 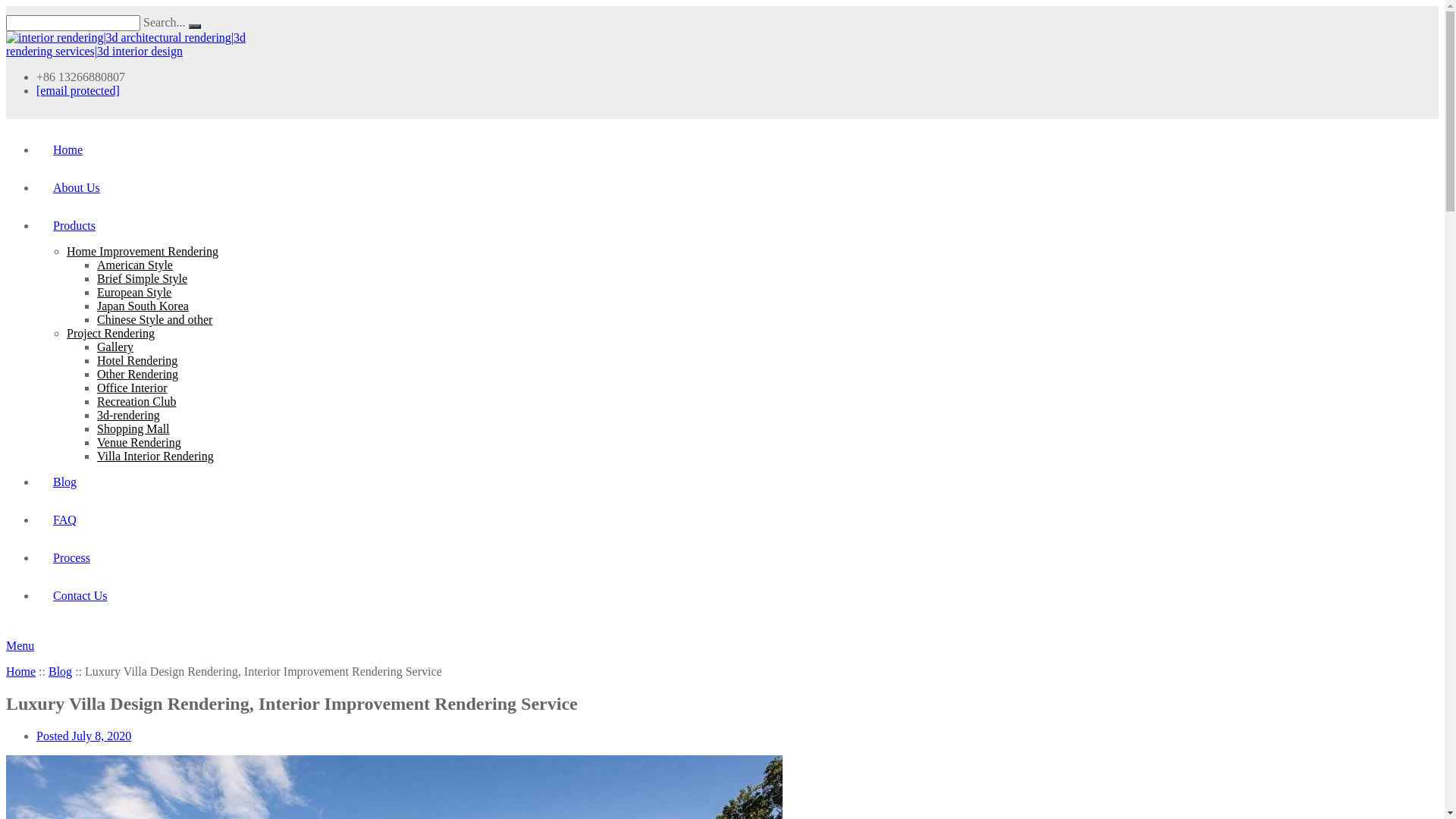 I want to click on 'Venue Rendering', so click(x=139, y=442).